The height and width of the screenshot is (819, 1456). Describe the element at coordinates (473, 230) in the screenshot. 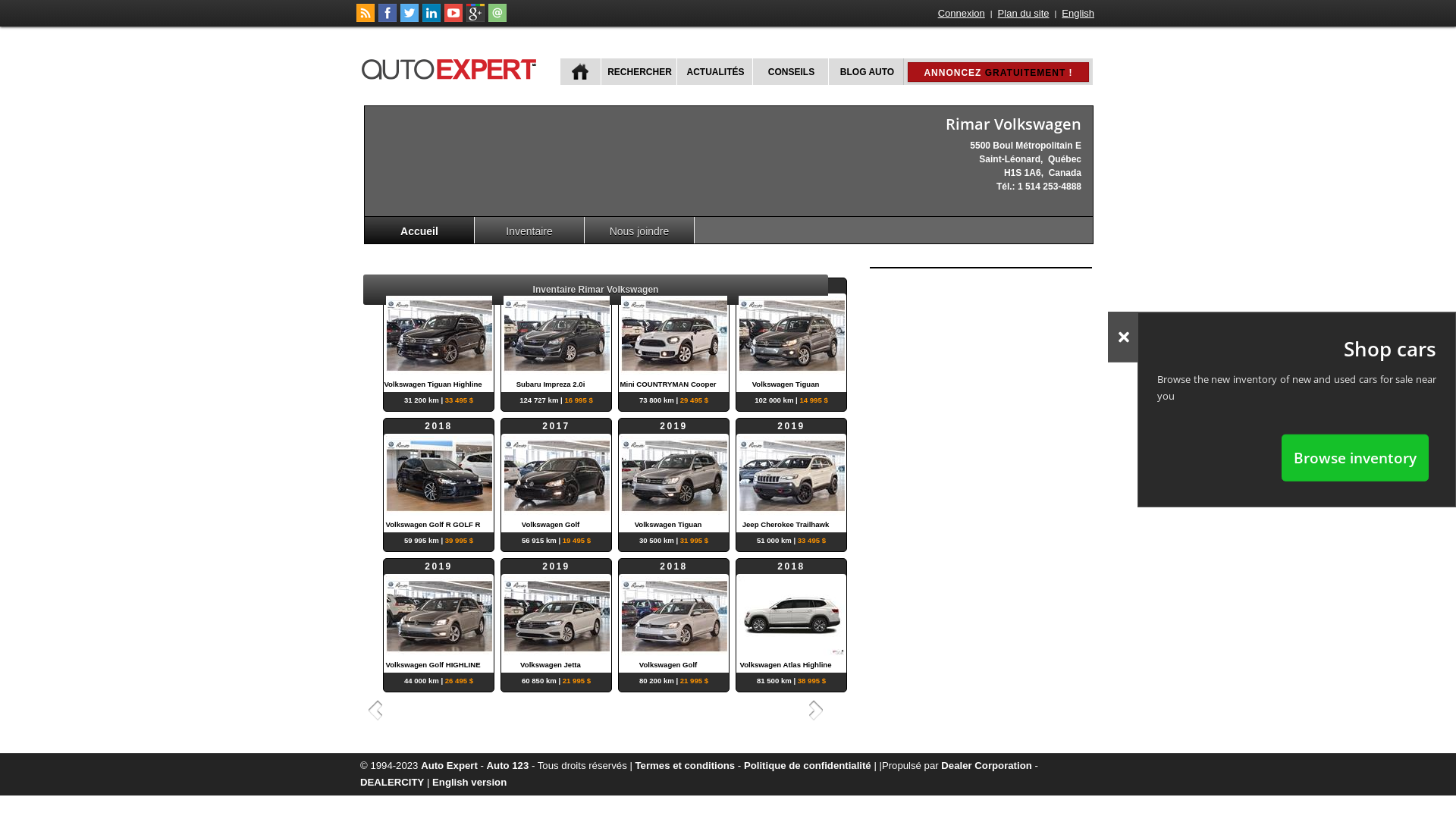

I see `'Inventaire'` at that location.